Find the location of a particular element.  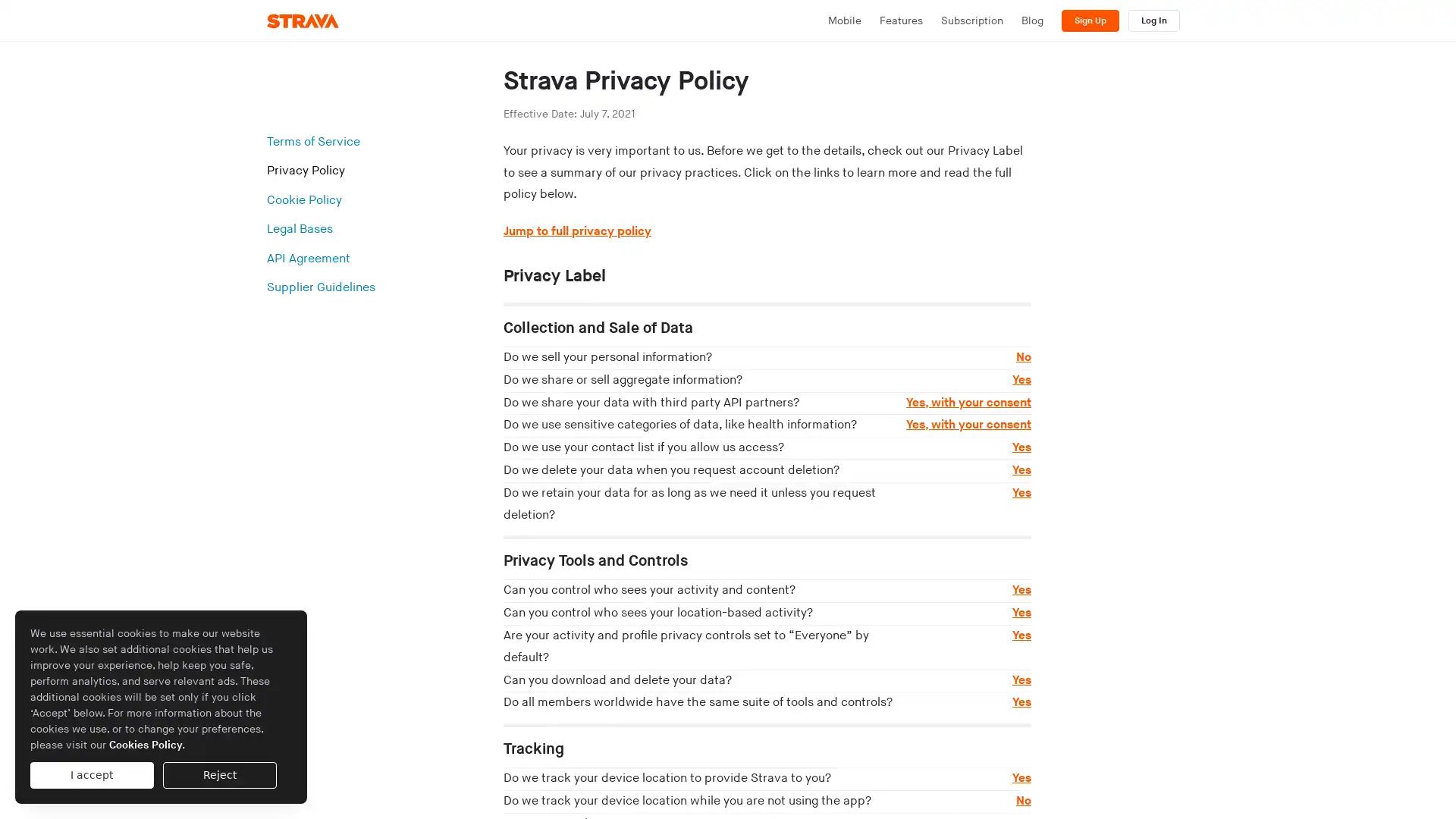

Reject is located at coordinates (218, 775).